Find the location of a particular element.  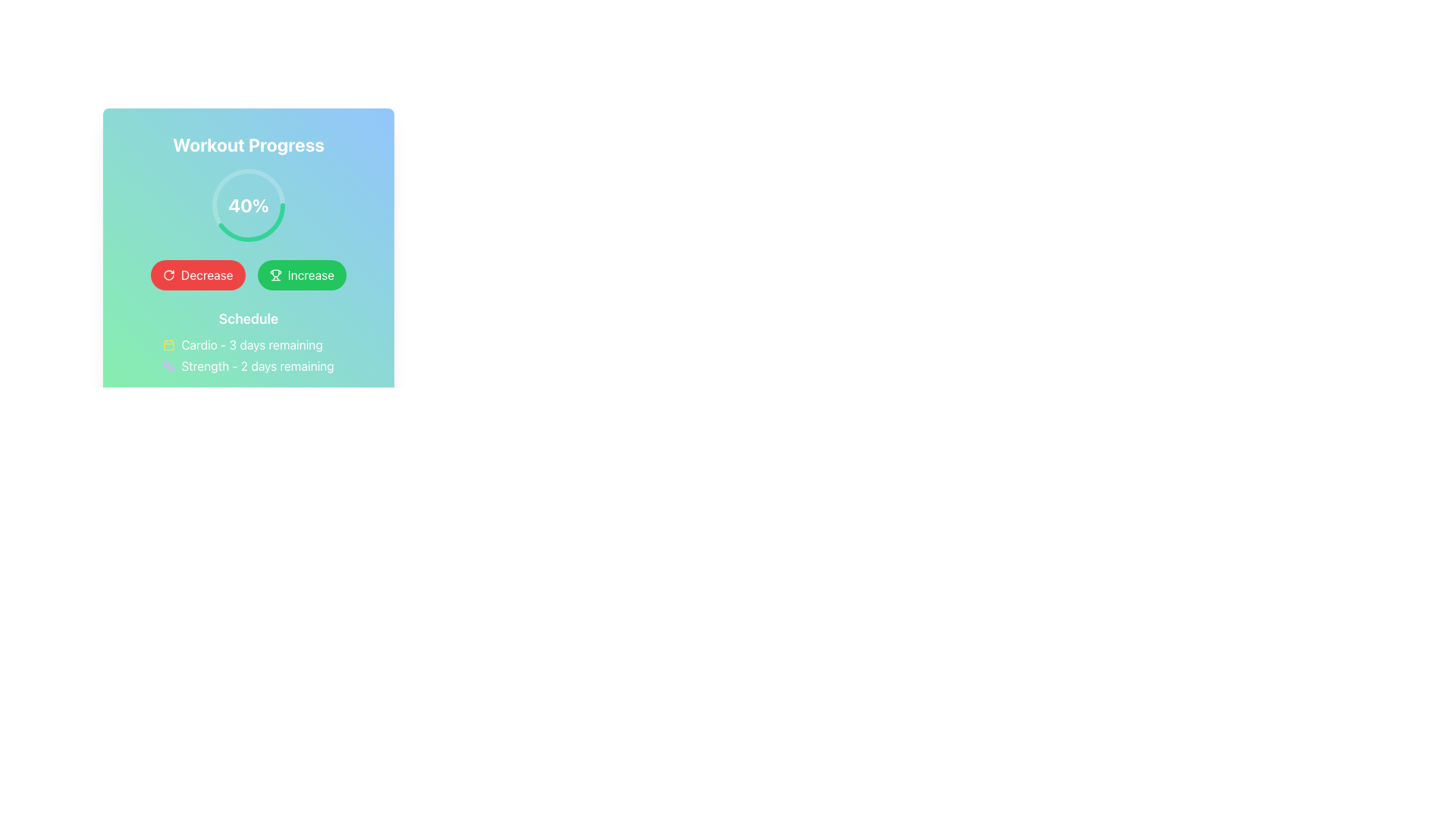

the circular progress indicator displaying '40%' at its center, styled with a green progress arc and located under the title 'Workout Progress' is located at coordinates (248, 205).